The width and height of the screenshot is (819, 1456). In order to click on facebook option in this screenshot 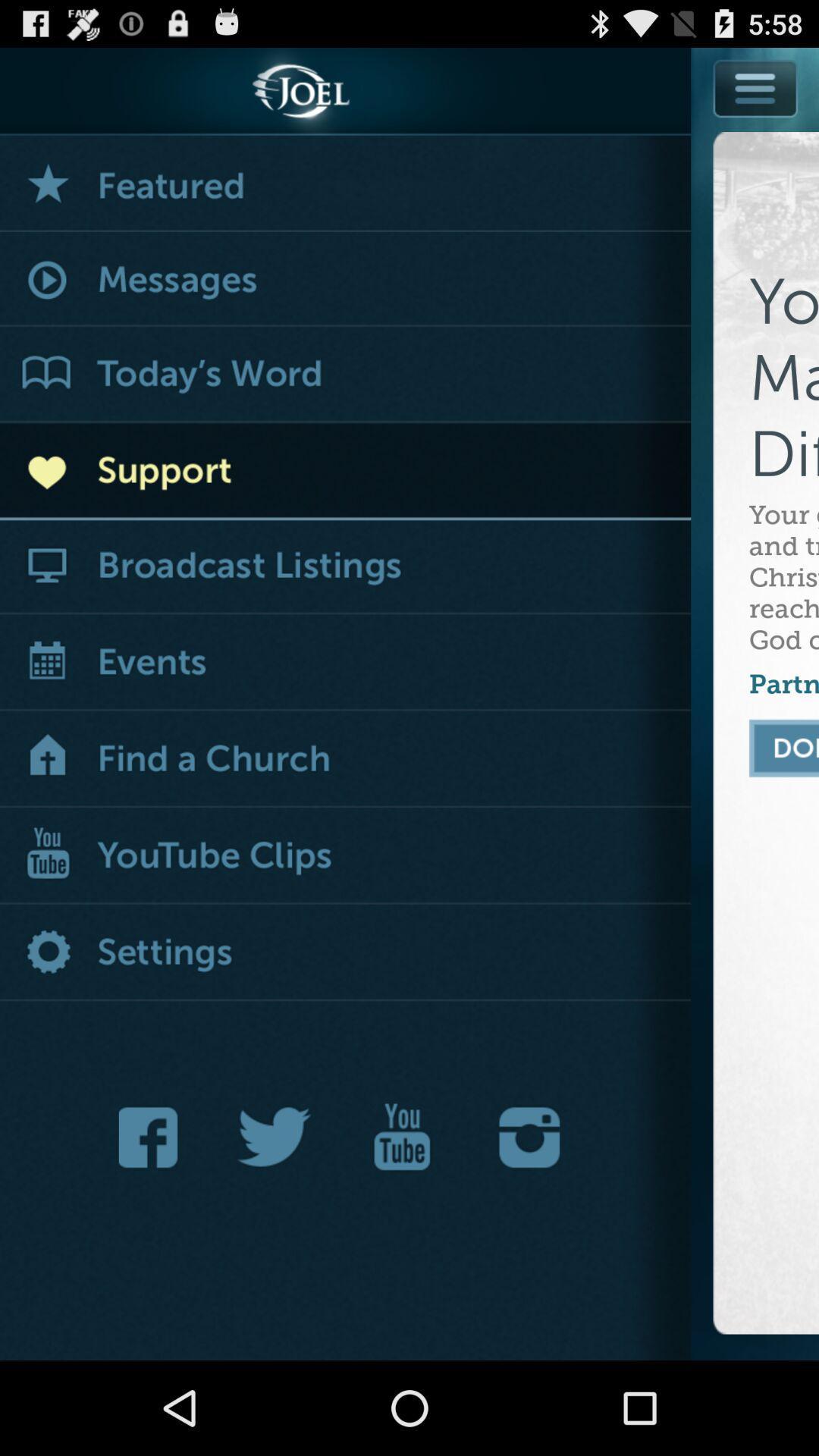, I will do `click(152, 1137)`.